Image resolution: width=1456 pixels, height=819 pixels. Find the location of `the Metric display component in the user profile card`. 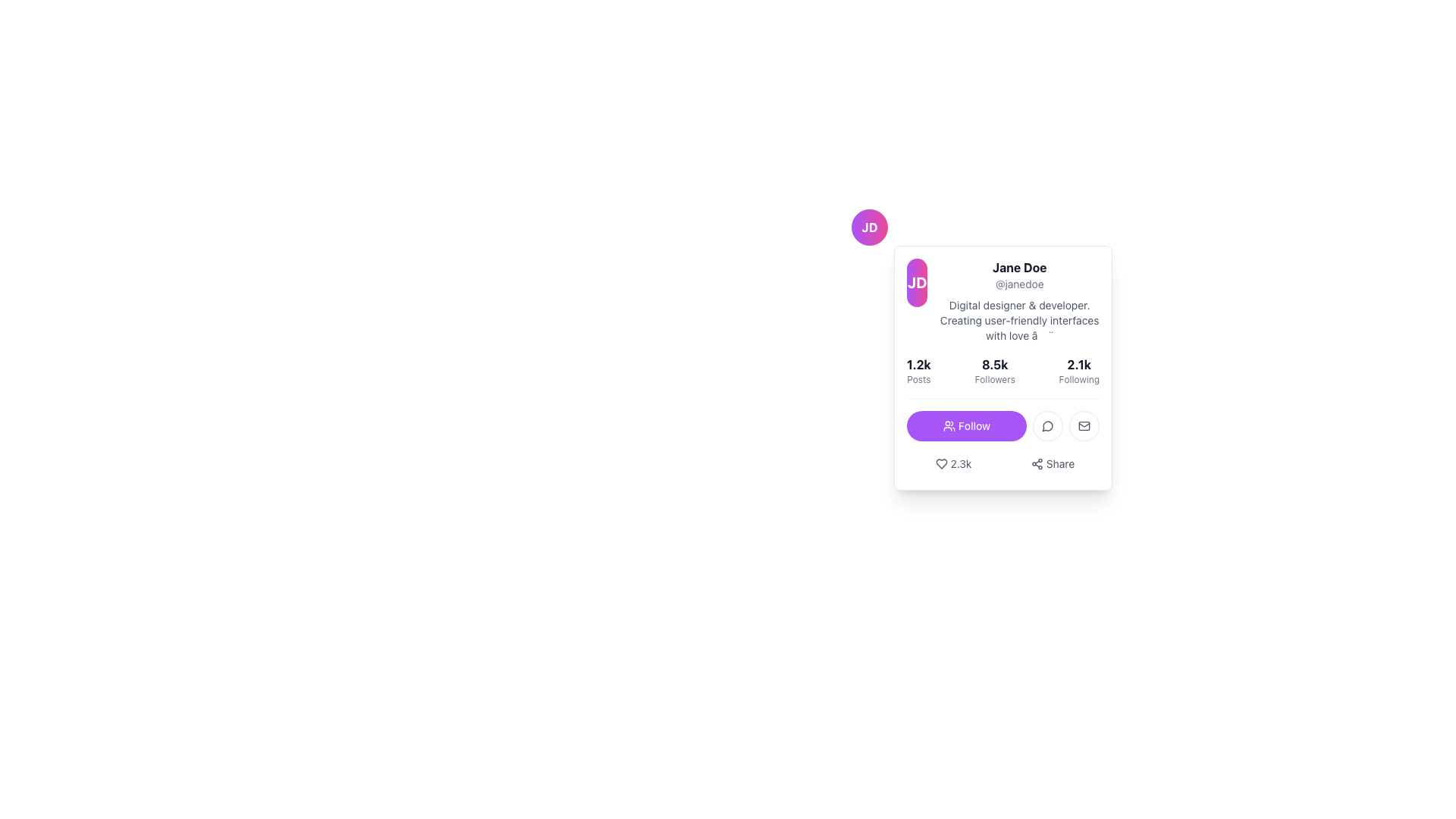

the Metric display component in the user profile card is located at coordinates (1003, 376).